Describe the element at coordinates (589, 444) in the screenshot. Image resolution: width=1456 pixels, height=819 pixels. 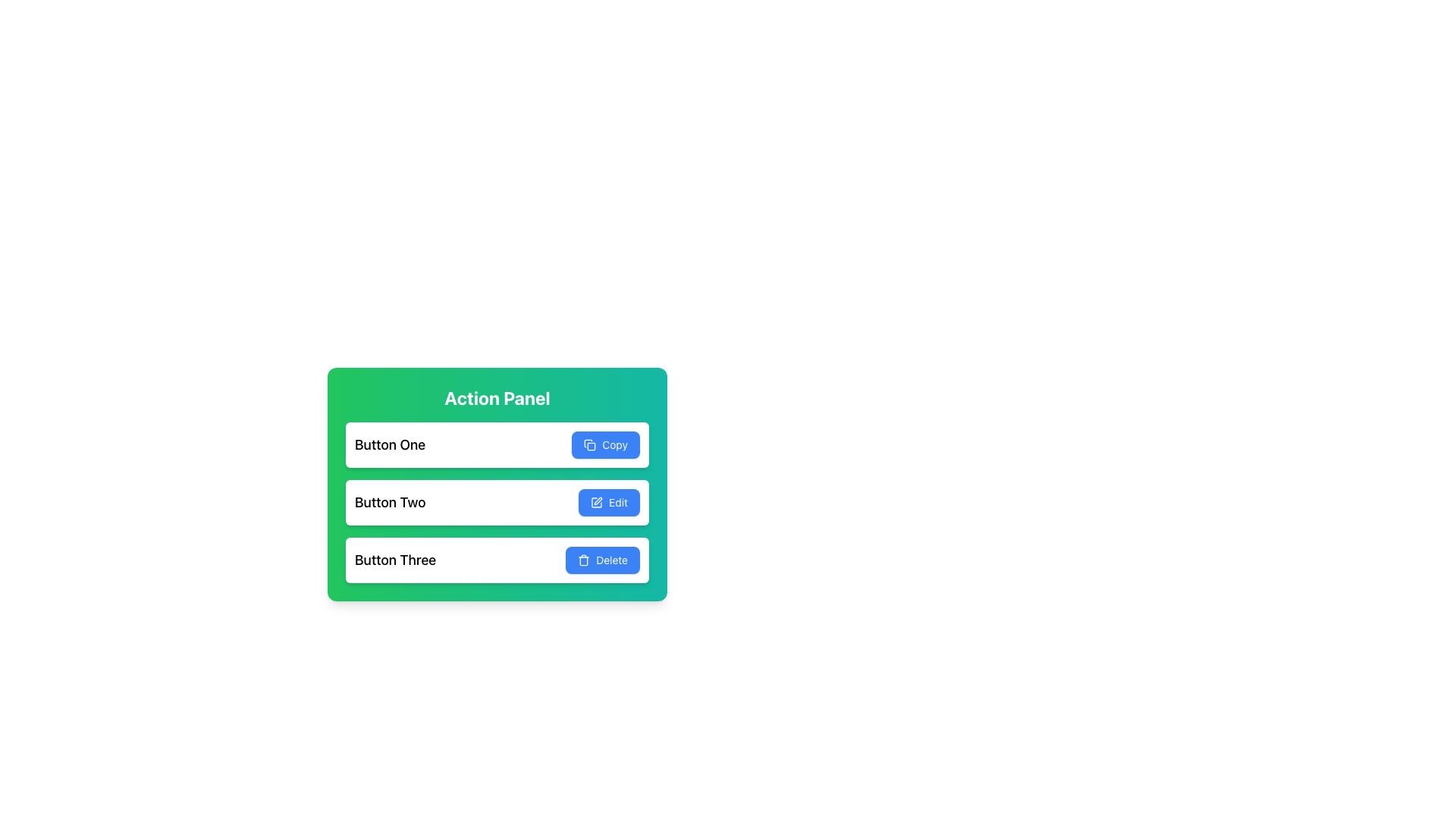
I see `the copy icon located inside the top button of the interface section that displays the 'Copy,' 'Edit,' and 'Delete' action buttons, positioned to the left of the 'Copy' text` at that location.